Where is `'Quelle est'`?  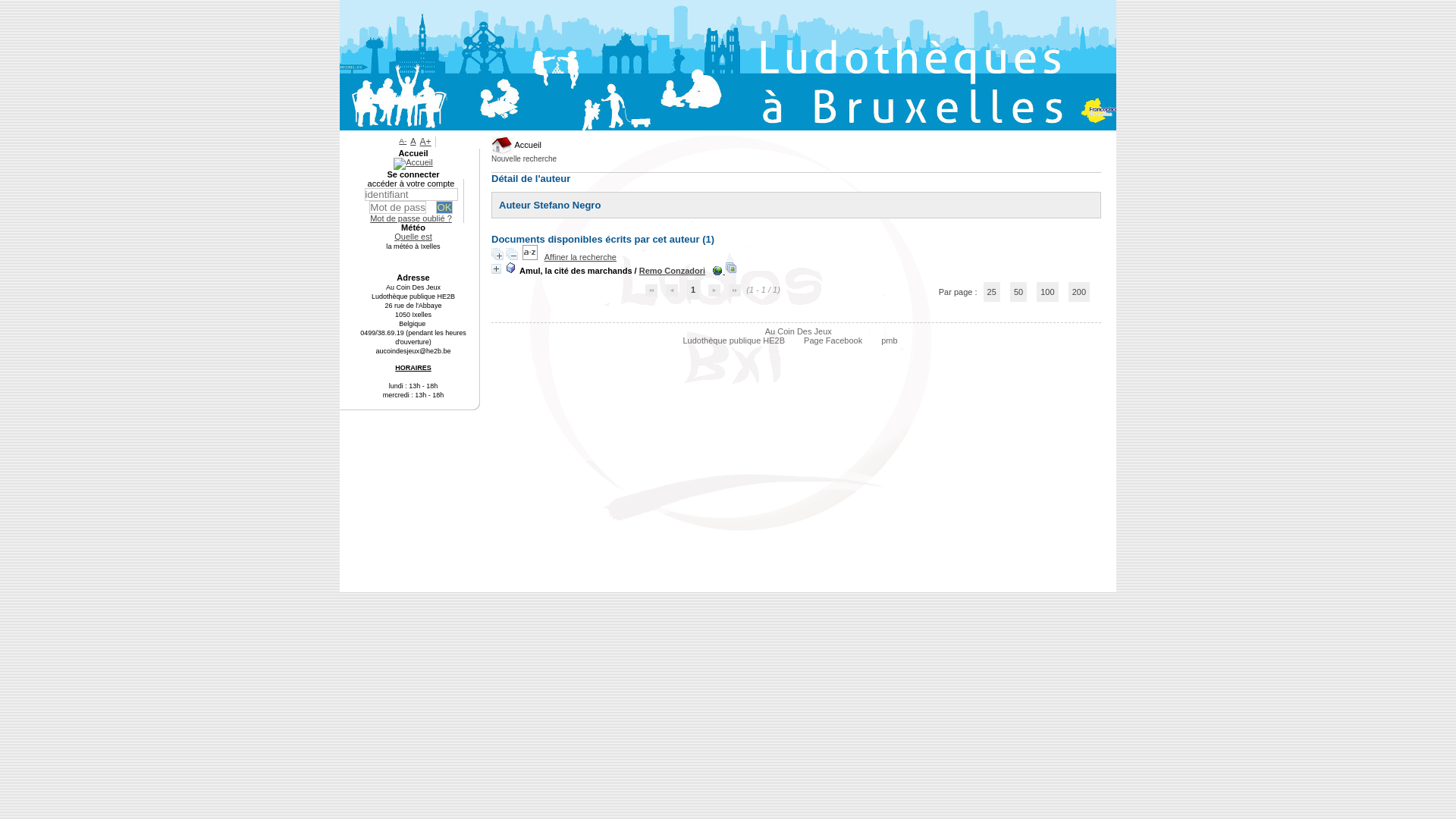 'Quelle est' is located at coordinates (394, 237).